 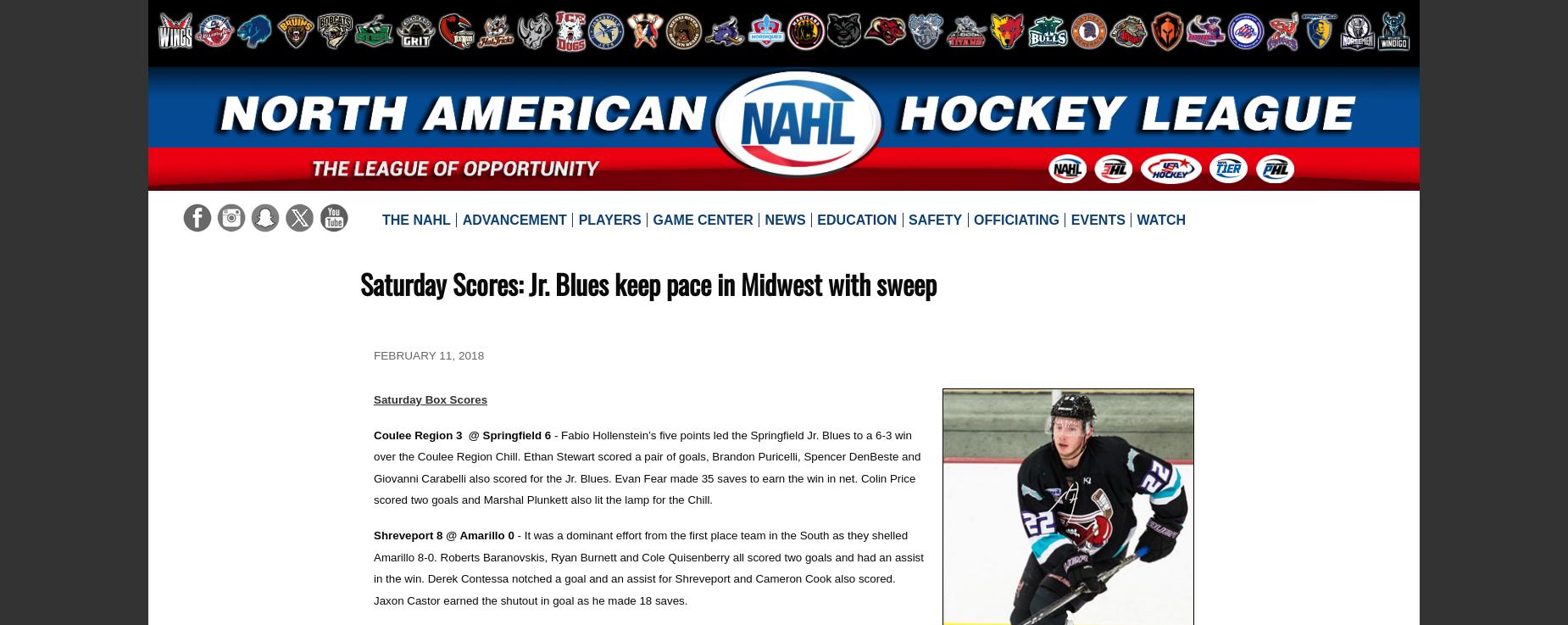 I want to click on '- Fabio Hollenstein’s five points led the Springfield Jr. Blues to a 6-3 win over the Coulee Region Chill. Ethan Stewart scored a pair of goals, Brandon Puricelli, Spencer DenBeste and Giovanni Carabelli also scored for the Jr. Blues. Evan Fear made 35 saves to earn the win in net. Colin Price scored two goals and Marshal Plunkett also lit the lamp for the Chill.', so click(x=373, y=466).